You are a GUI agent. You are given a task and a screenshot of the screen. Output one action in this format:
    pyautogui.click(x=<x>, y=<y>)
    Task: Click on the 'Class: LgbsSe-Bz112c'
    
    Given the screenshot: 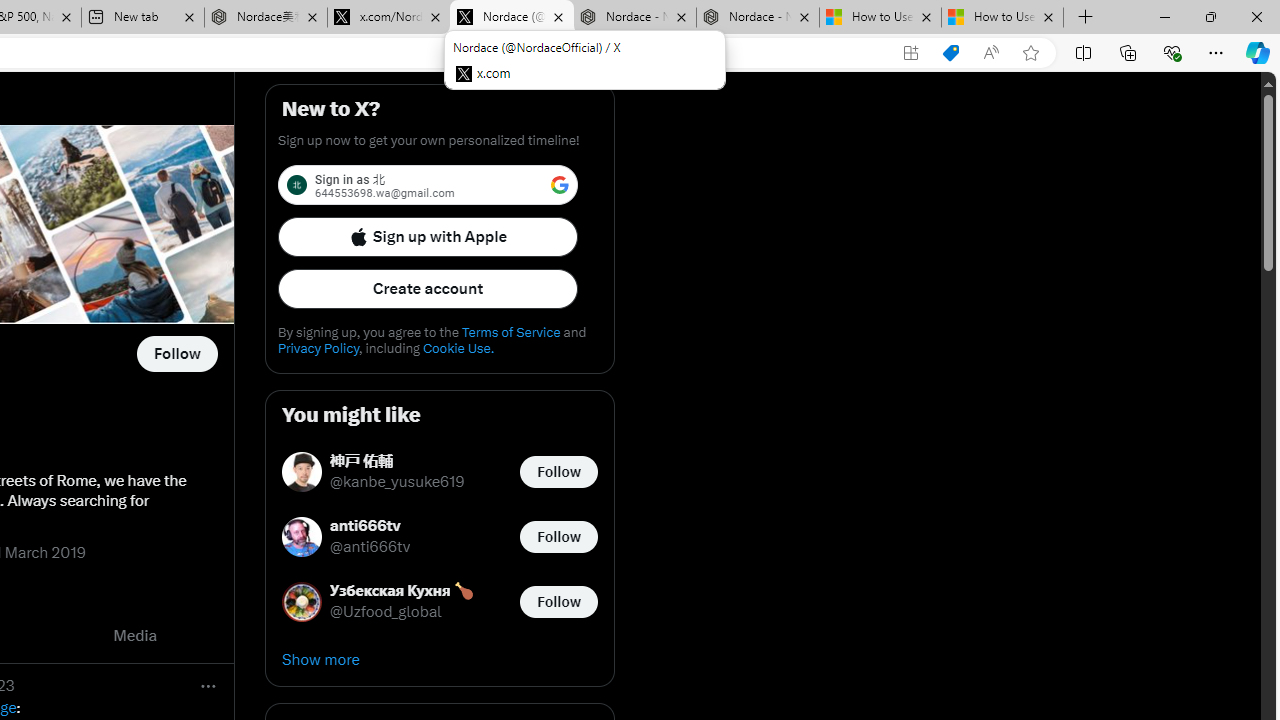 What is the action you would take?
    pyautogui.click(x=560, y=184)
    